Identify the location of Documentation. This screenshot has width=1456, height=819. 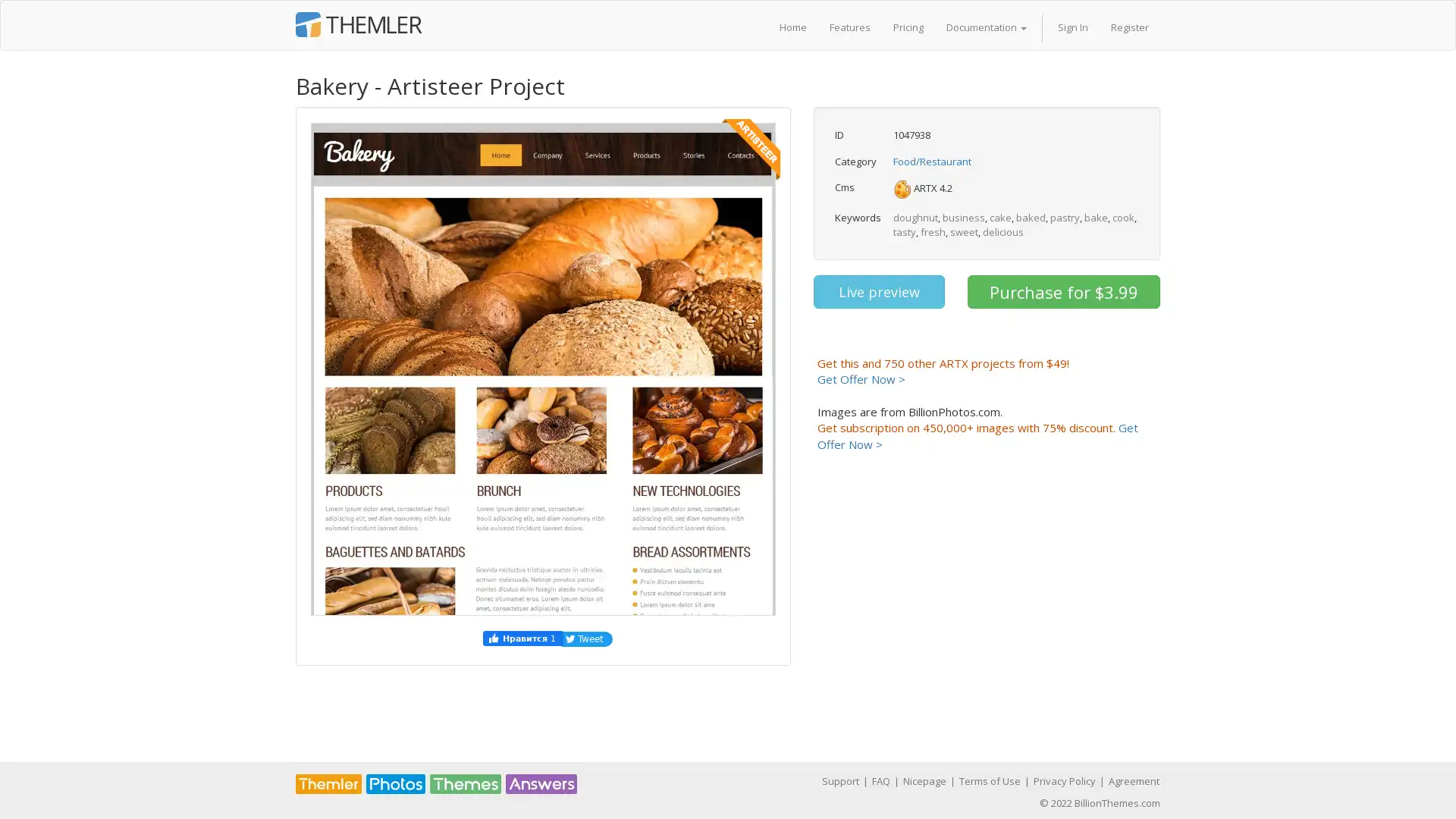
(986, 27).